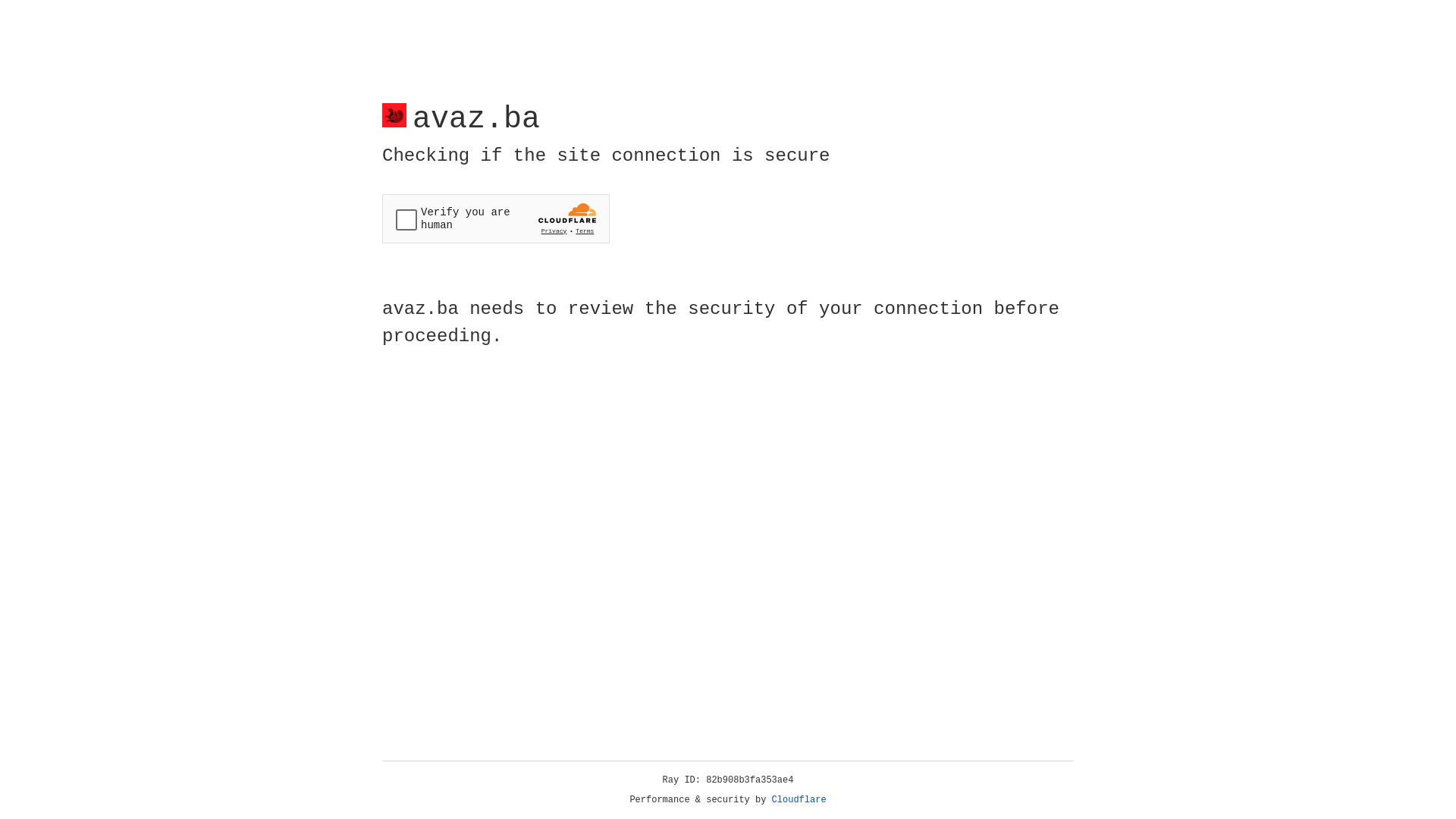 The height and width of the screenshot is (819, 1456). Describe the element at coordinates (495, 218) in the screenshot. I see `'Widget containing a Cloudflare security challenge'` at that location.